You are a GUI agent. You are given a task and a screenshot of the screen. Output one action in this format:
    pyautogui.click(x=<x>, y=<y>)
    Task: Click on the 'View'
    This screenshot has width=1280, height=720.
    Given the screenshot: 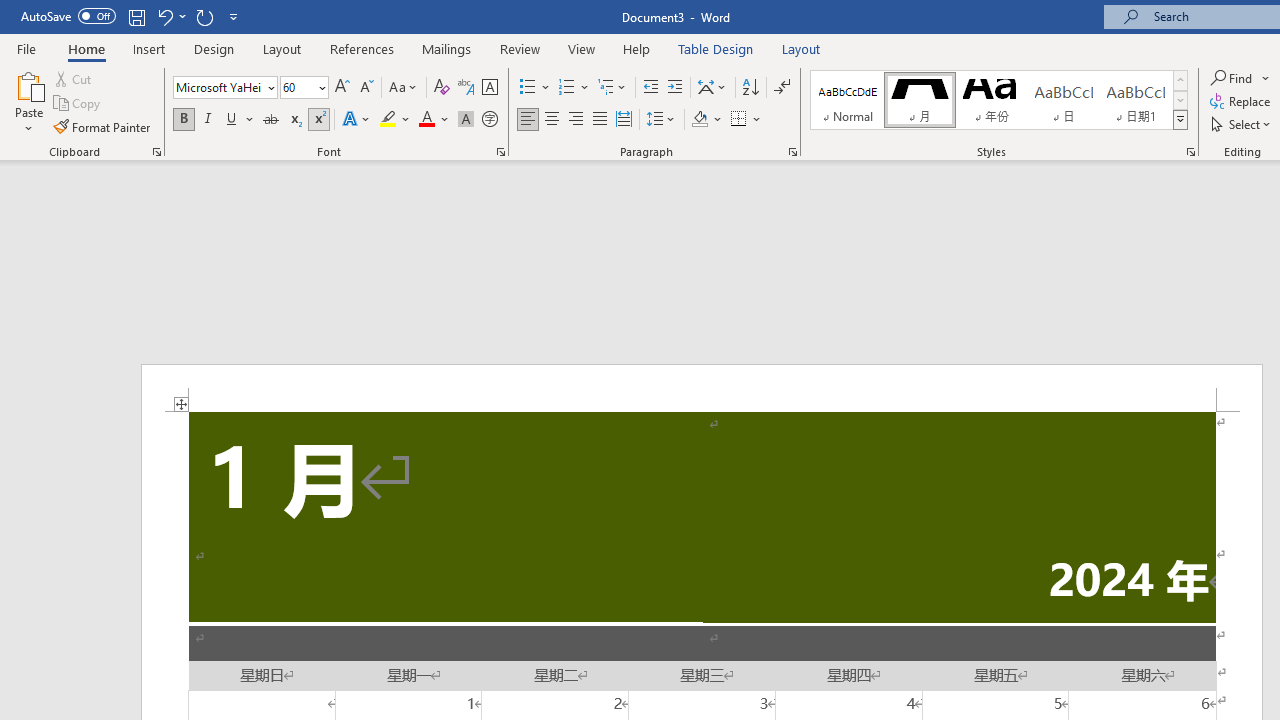 What is the action you would take?
    pyautogui.click(x=581, y=48)
    